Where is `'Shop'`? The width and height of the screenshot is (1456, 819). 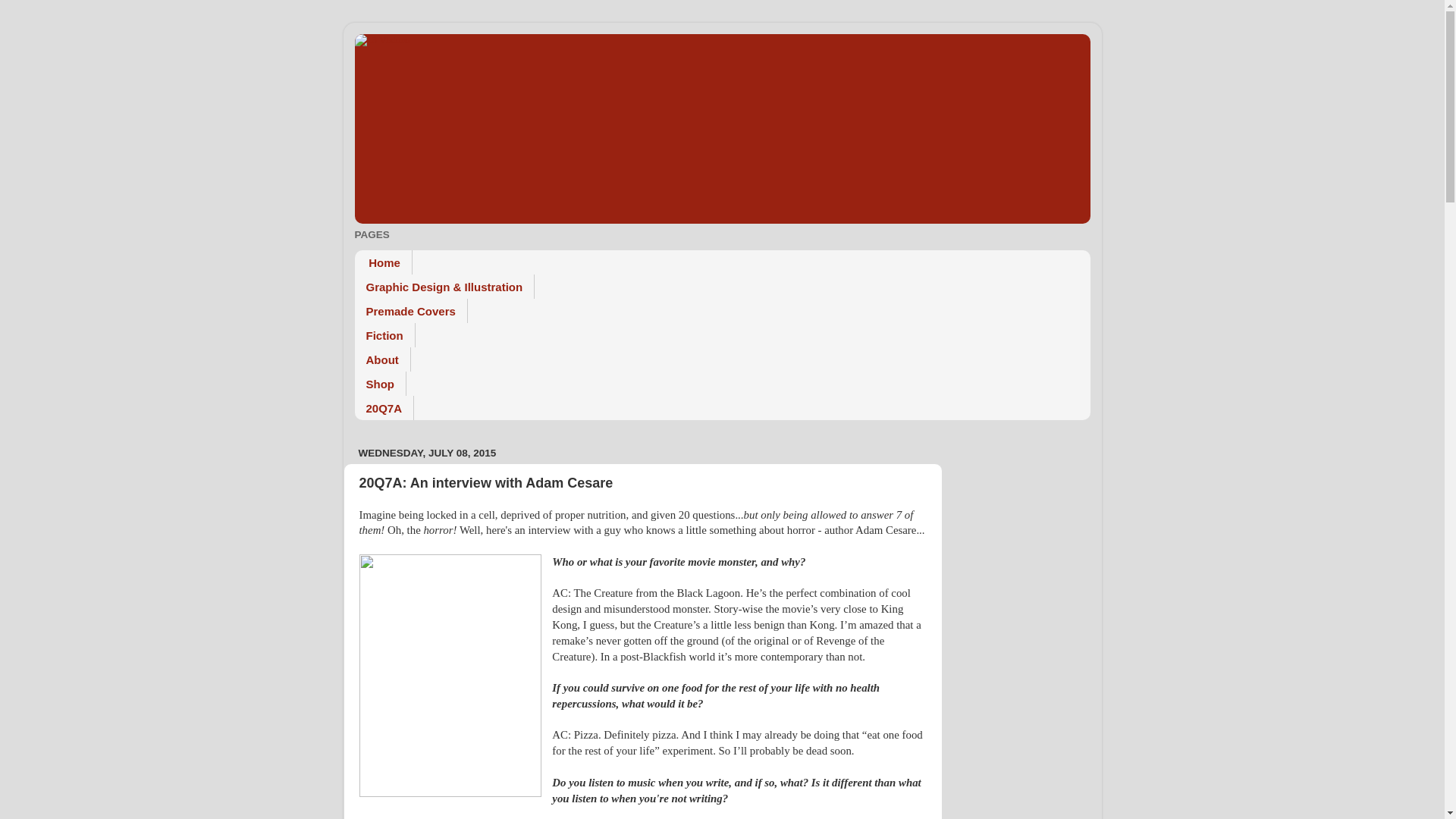 'Shop' is located at coordinates (381, 382).